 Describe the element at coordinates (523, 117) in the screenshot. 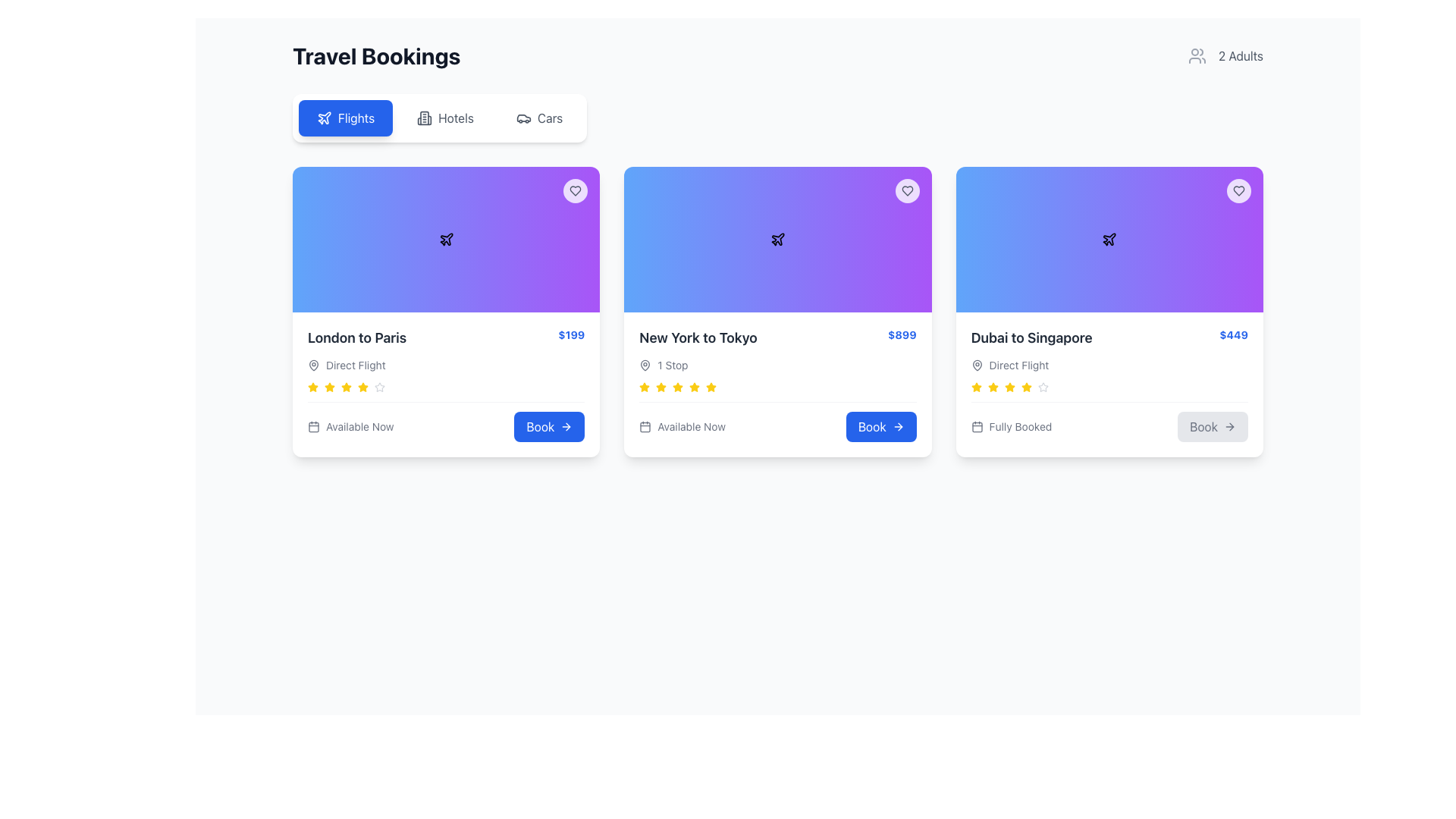

I see `the car icon in the 'Cars' menu option, which is styled with clean outlines and has a text label 'Cars' adjacent to it` at that location.